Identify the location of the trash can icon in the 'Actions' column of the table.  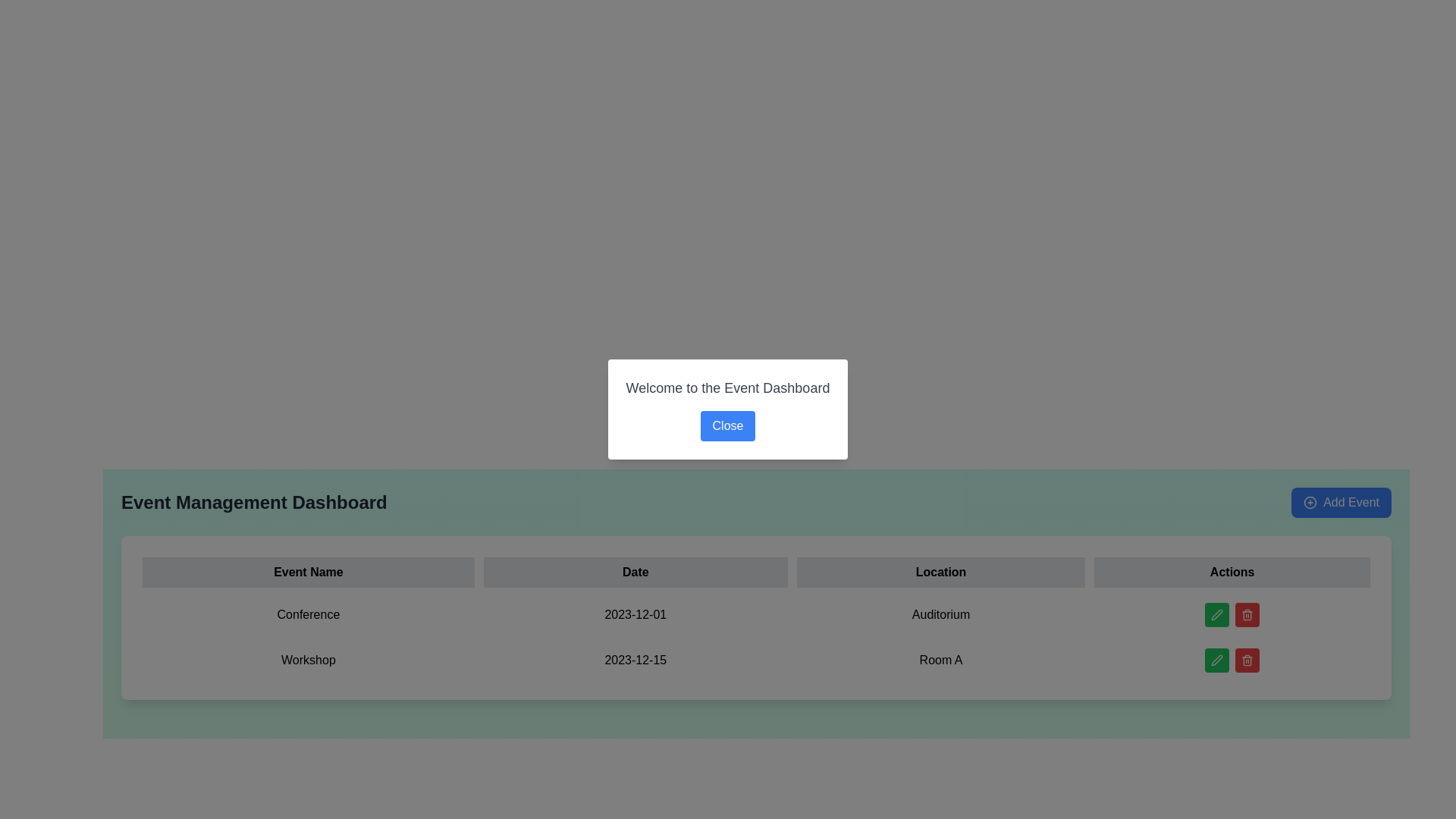
(1247, 616).